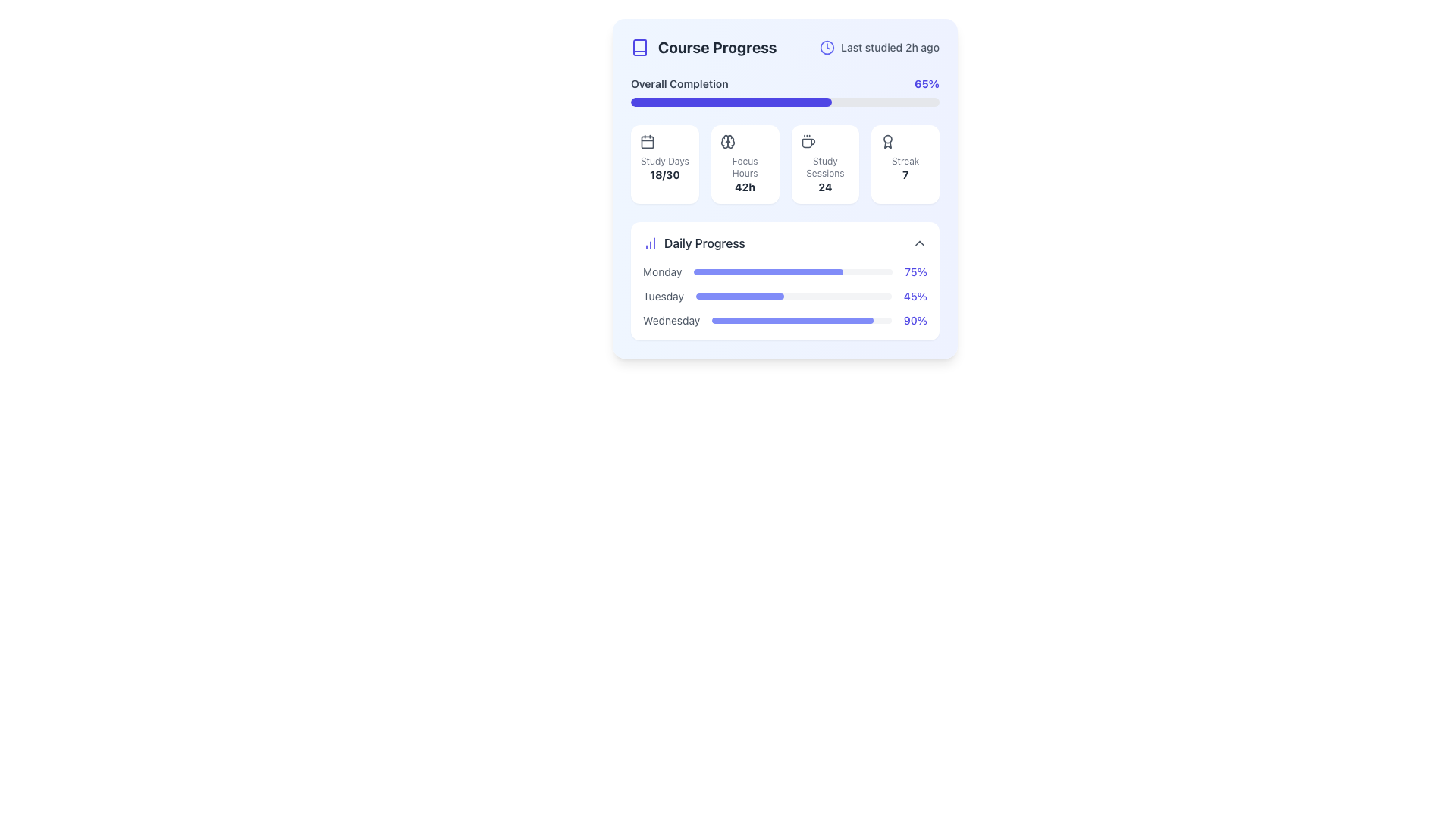  Describe the element at coordinates (745, 167) in the screenshot. I see `the 'Focus Hours' label displaying 'Focus Hours' in a small, gray font, which is positioned above the text '42h' within the 'Course Progress' dashboard` at that location.